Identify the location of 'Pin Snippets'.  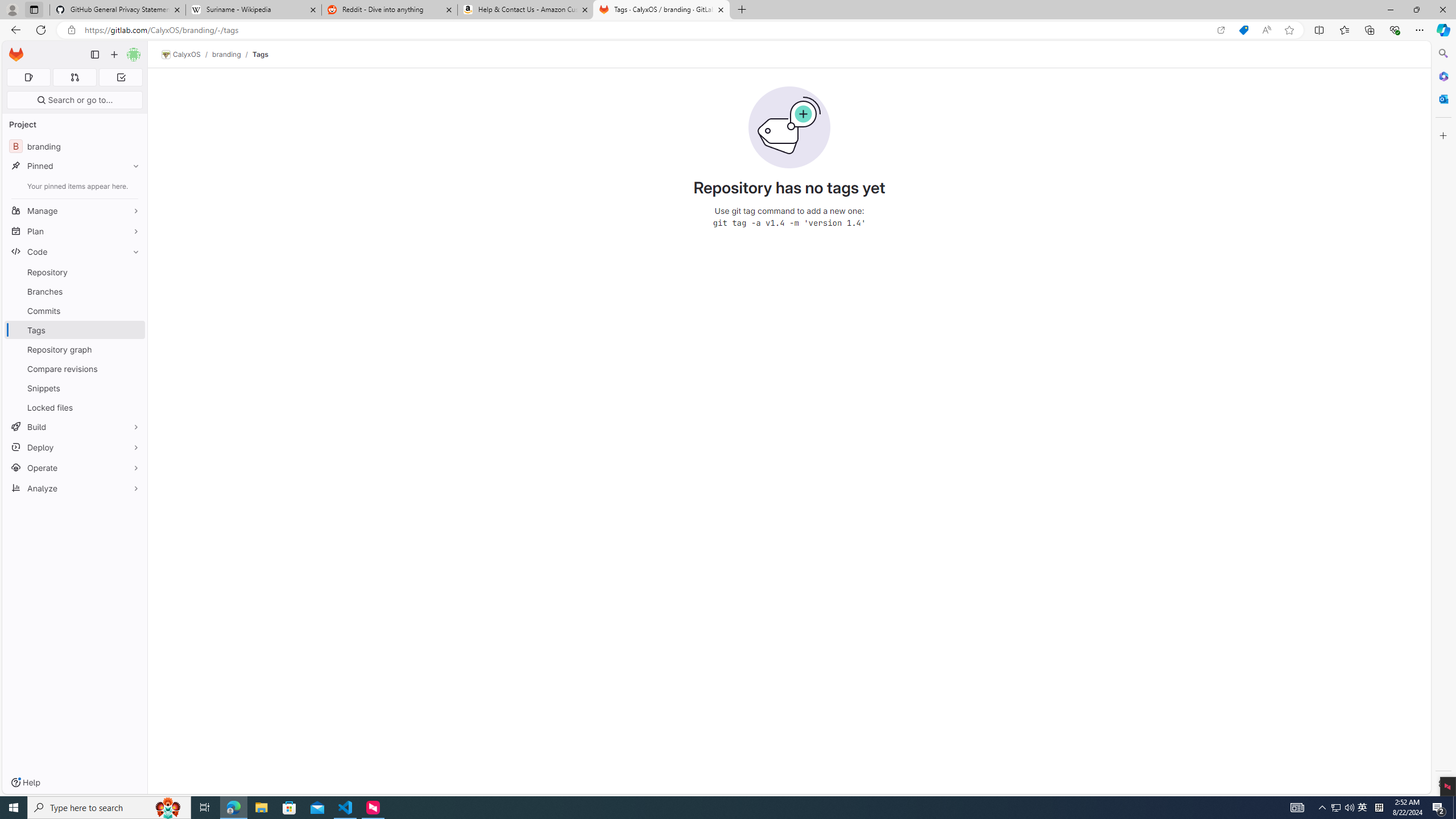
(133, 387).